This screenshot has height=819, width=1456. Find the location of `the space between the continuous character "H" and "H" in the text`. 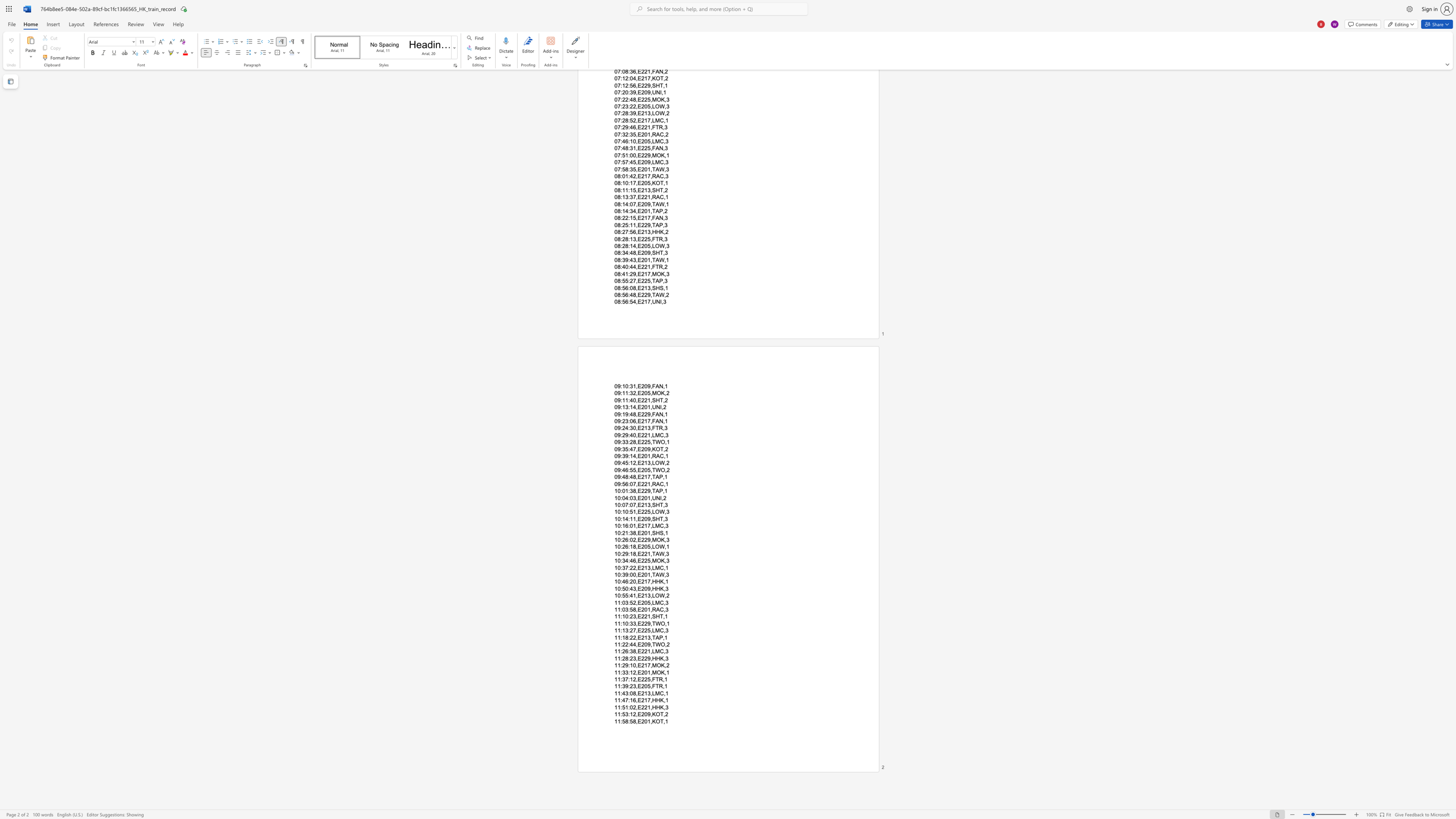

the space between the continuous character "H" and "H" in the text is located at coordinates (656, 658).